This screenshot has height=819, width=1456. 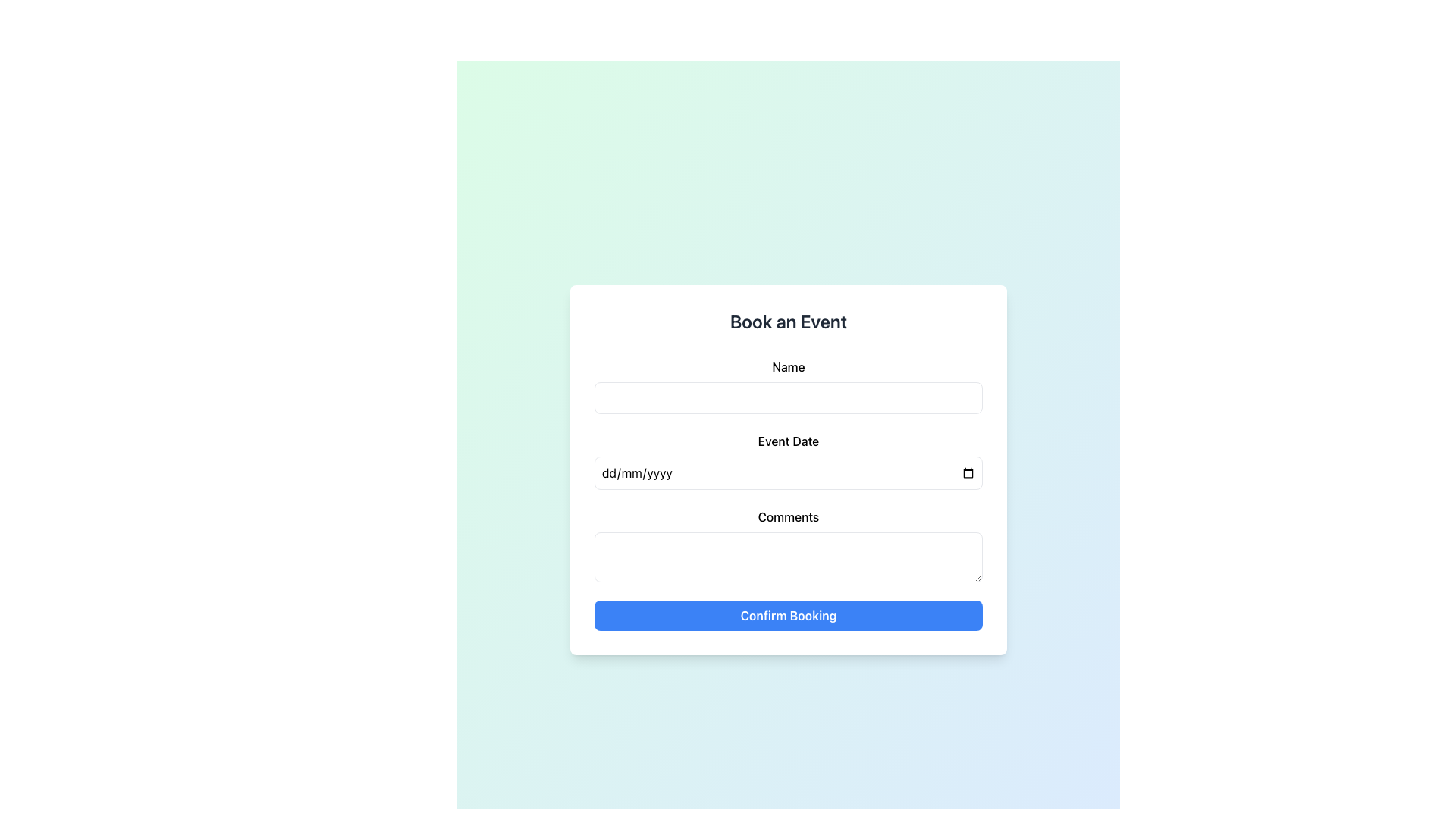 I want to click on the submit button located at the bottom of the form to change its shade of blue, so click(x=789, y=616).